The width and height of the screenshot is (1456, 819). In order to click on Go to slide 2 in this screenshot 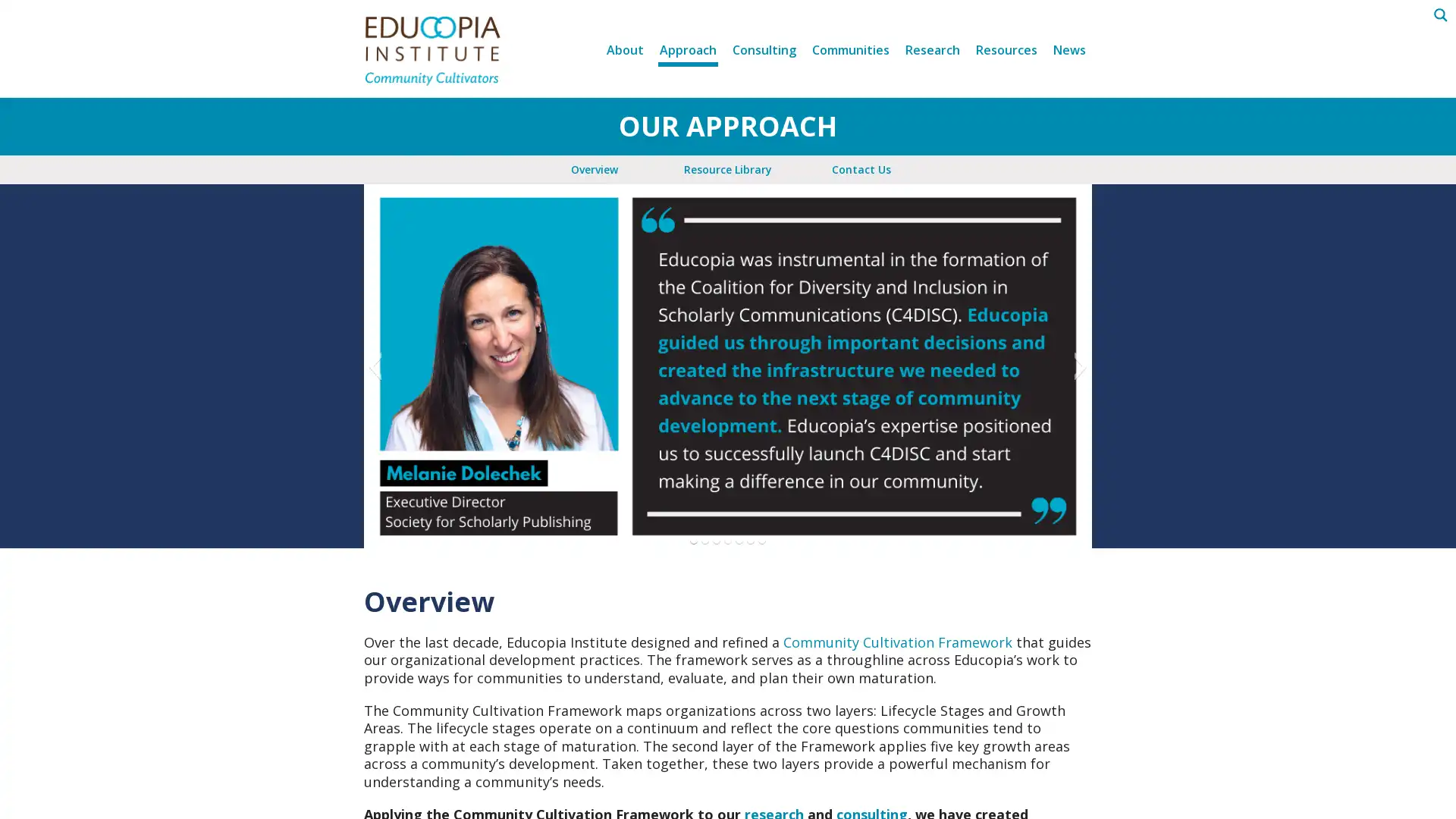, I will do `click(704, 539)`.